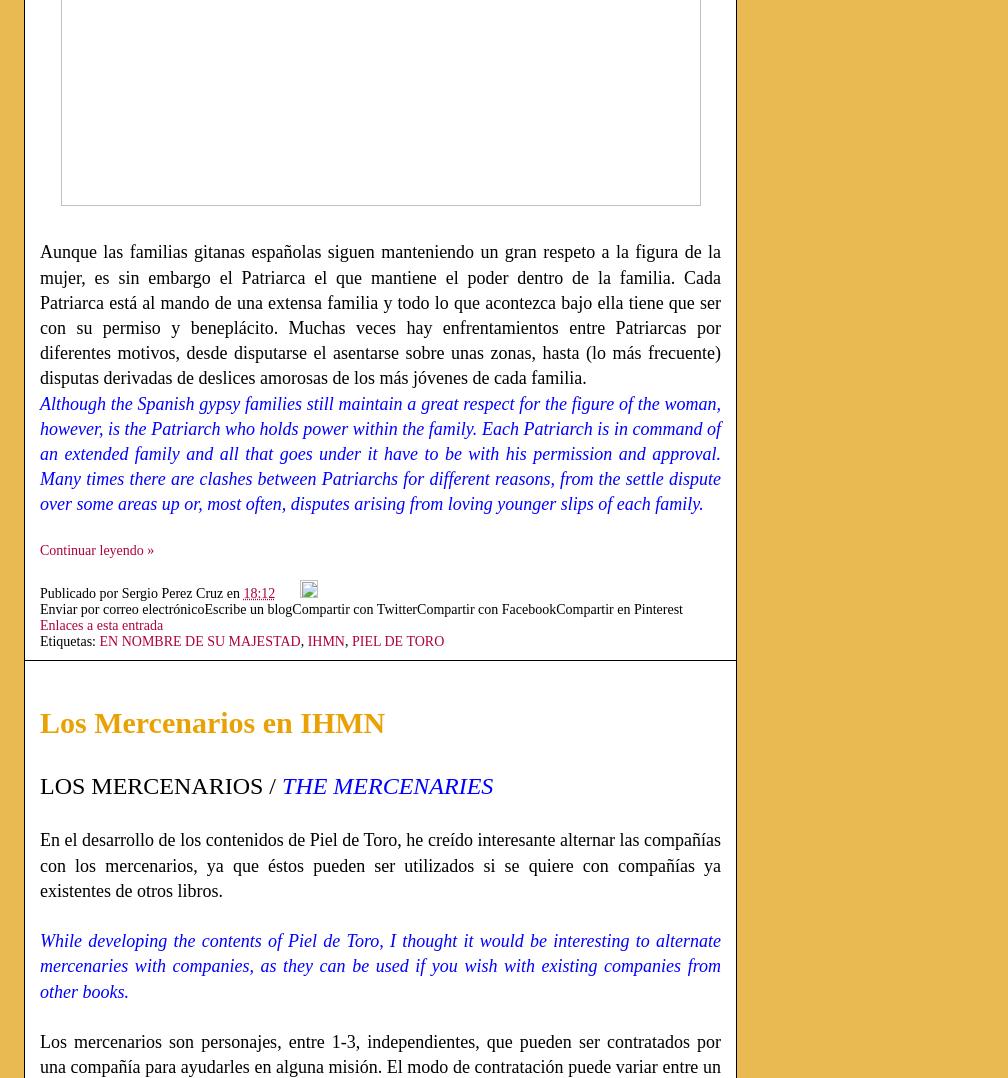  Describe the element at coordinates (212, 720) in the screenshot. I see `'Los Mercenarios en IHMN'` at that location.